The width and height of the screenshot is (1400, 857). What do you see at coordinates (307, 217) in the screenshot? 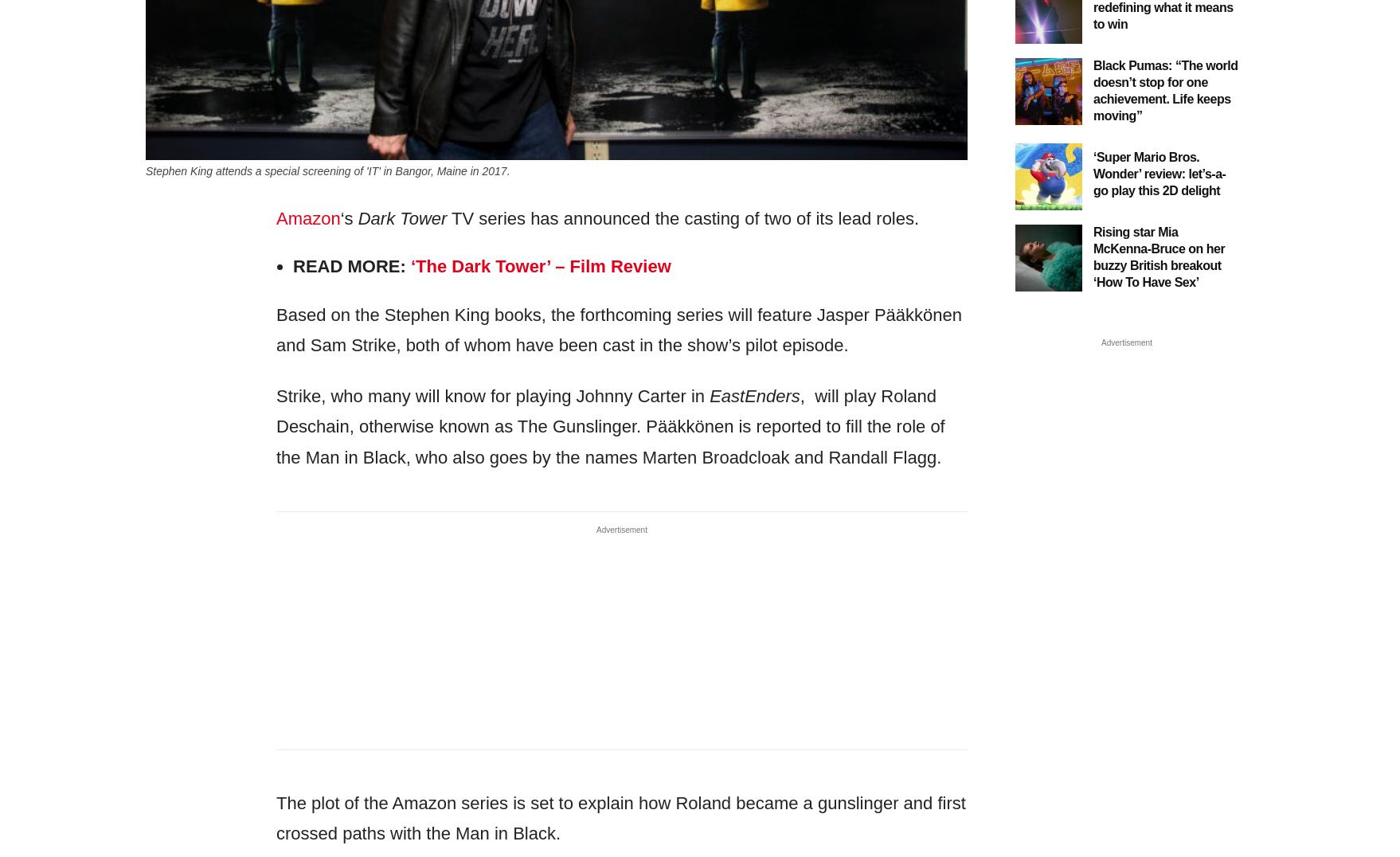
I see `'Amazon'` at bounding box center [307, 217].